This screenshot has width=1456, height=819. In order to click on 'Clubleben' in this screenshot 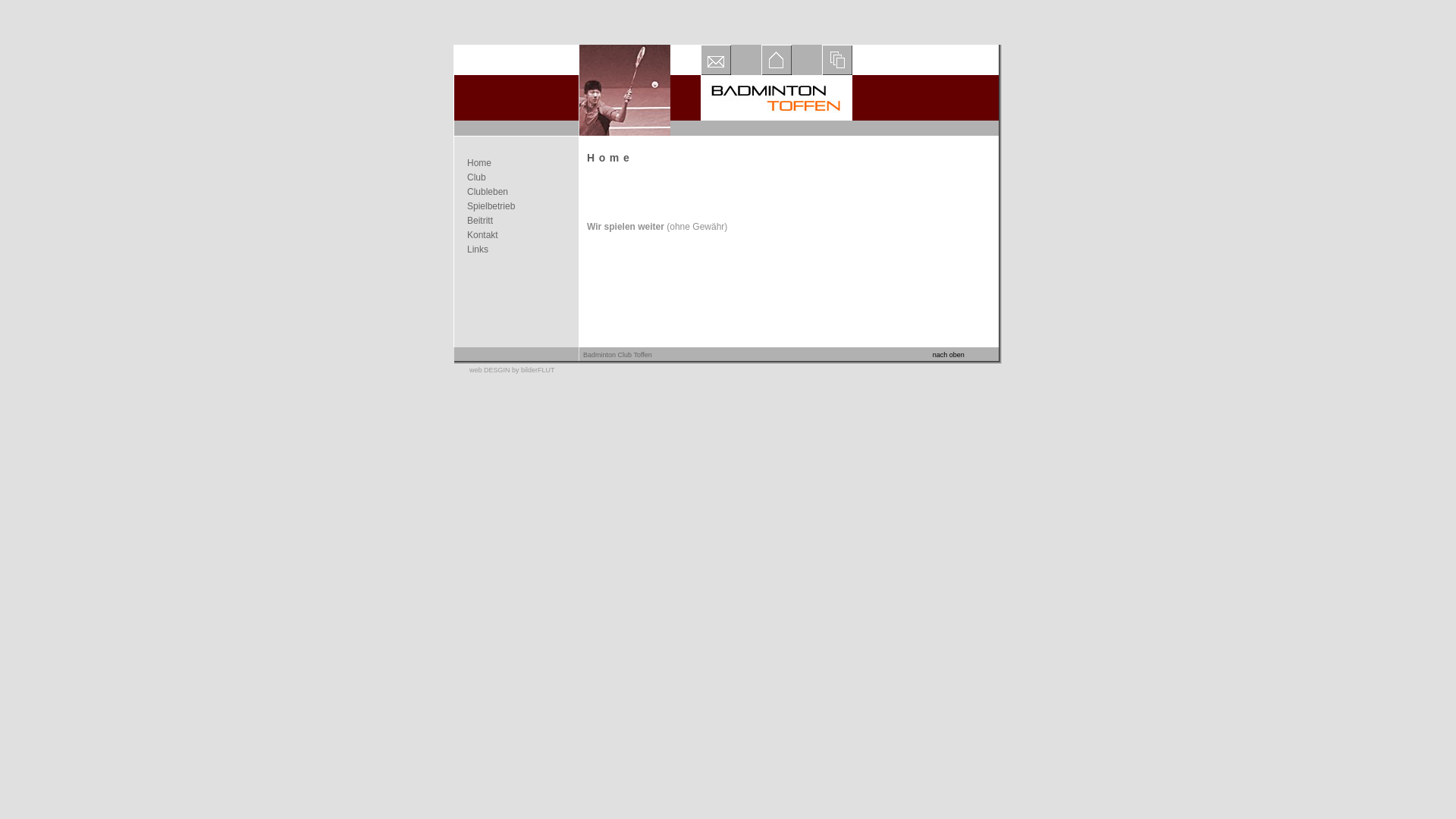, I will do `click(516, 190)`.